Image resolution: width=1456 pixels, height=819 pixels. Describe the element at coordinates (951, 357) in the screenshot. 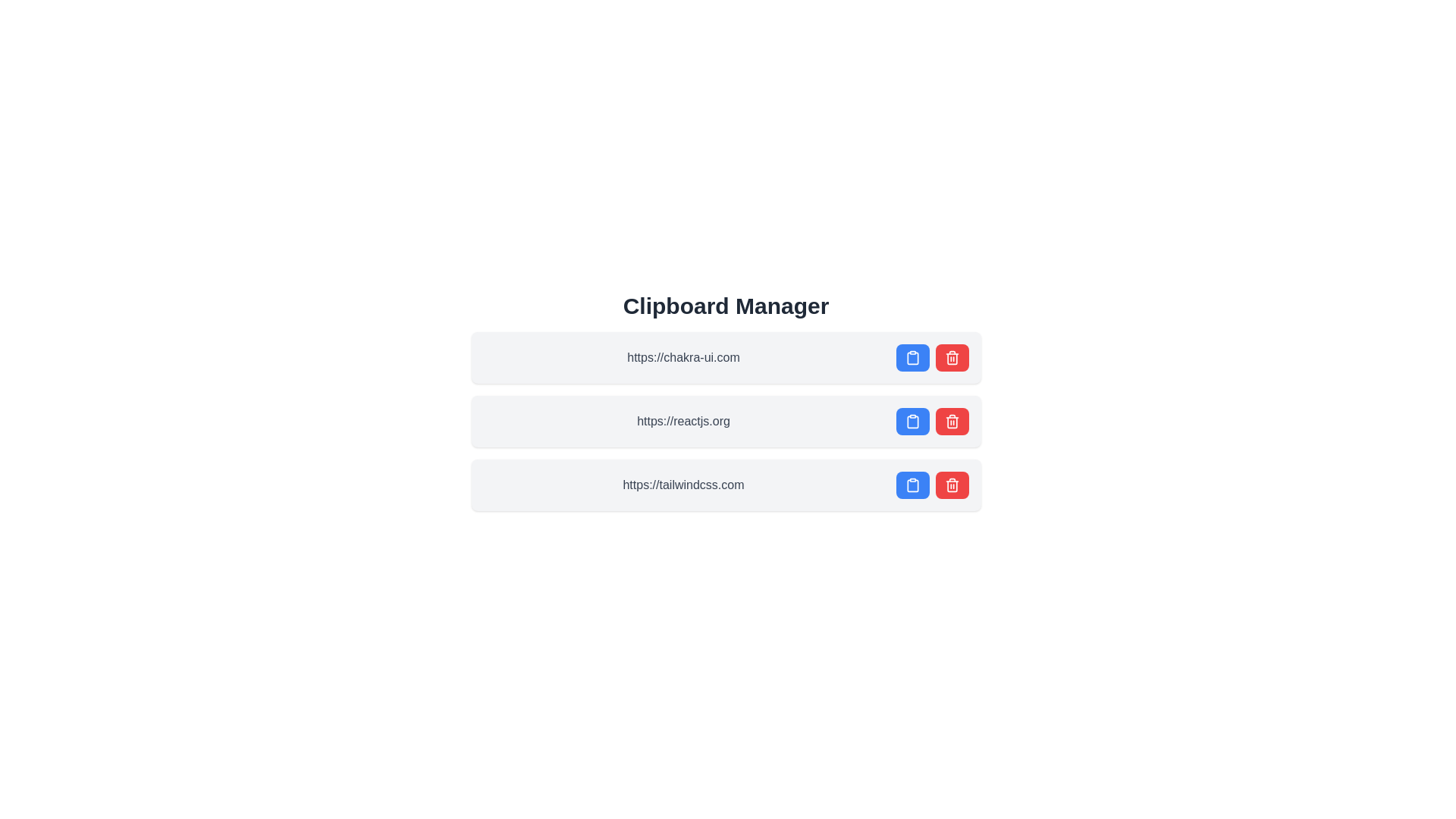

I see `the red rectangular button with a trash can icon` at that location.